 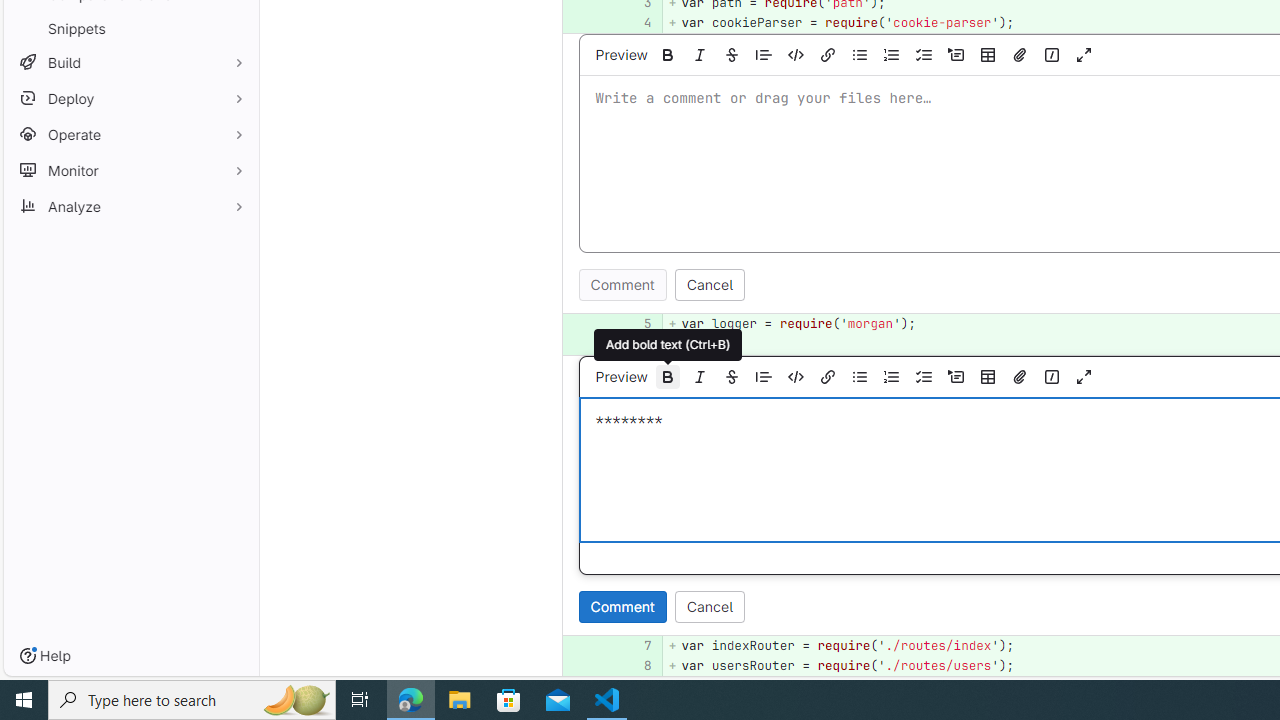 What do you see at coordinates (922, 376) in the screenshot?
I see `'Add a checklist'` at bounding box center [922, 376].